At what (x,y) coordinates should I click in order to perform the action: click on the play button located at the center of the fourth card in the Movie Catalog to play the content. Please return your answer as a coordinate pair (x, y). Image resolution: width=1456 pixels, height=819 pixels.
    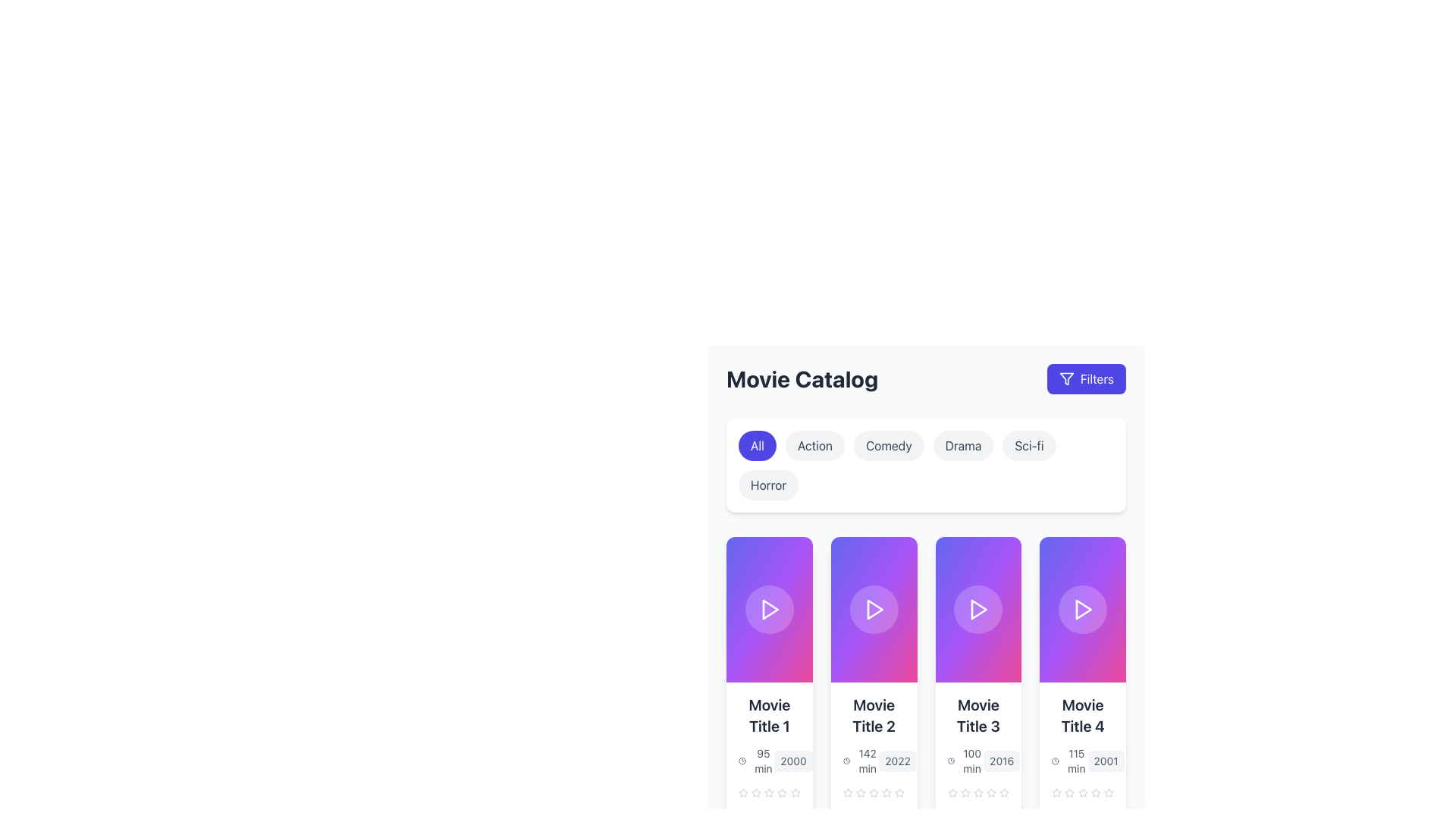
    Looking at the image, I should click on (1082, 608).